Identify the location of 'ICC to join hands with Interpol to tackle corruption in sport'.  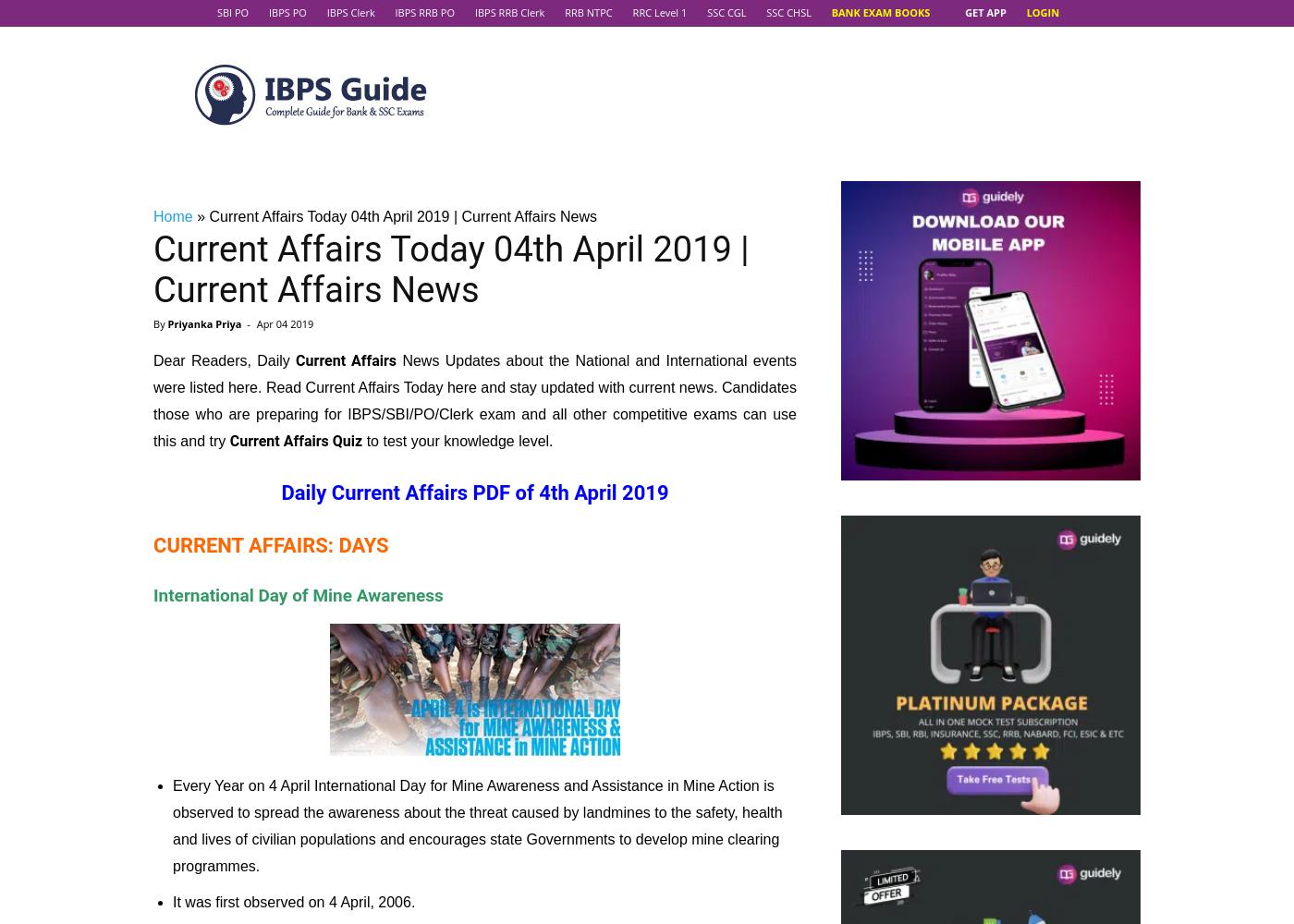
(383, 188).